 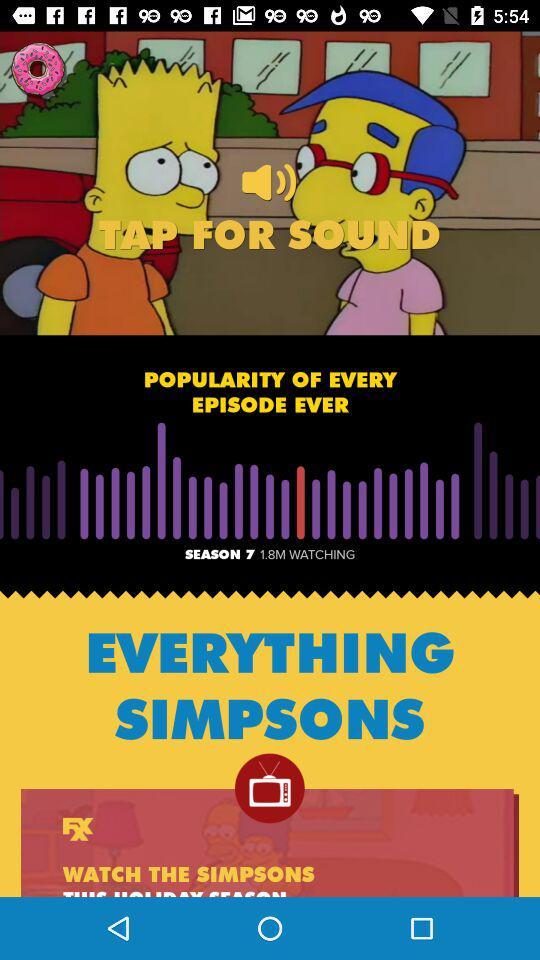 What do you see at coordinates (183, 591) in the screenshot?
I see `left side of 7` at bounding box center [183, 591].